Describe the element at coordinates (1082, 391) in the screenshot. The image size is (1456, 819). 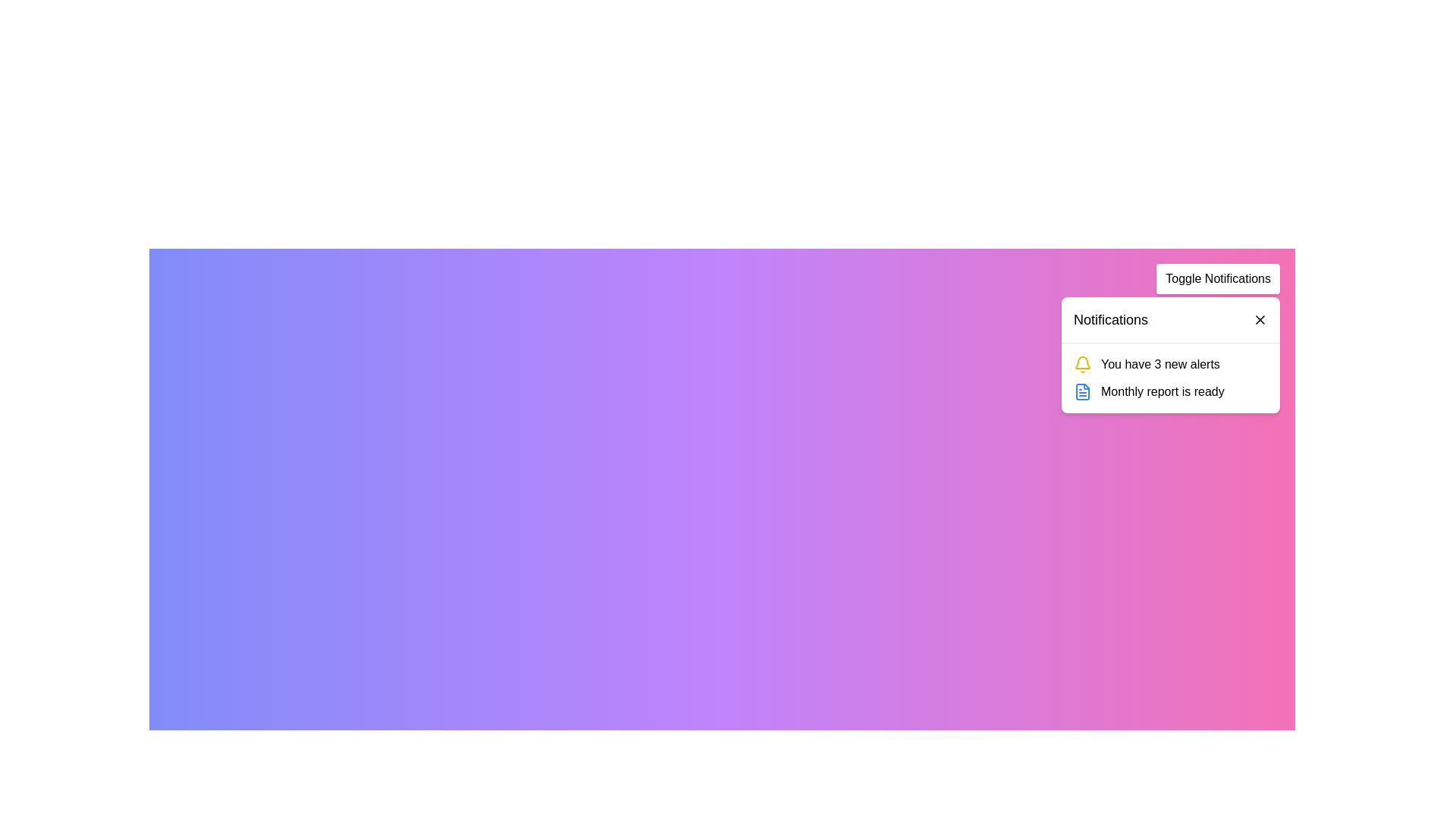
I see `the blue file icon located to the left of the text 'Monthly report is ready'` at that location.